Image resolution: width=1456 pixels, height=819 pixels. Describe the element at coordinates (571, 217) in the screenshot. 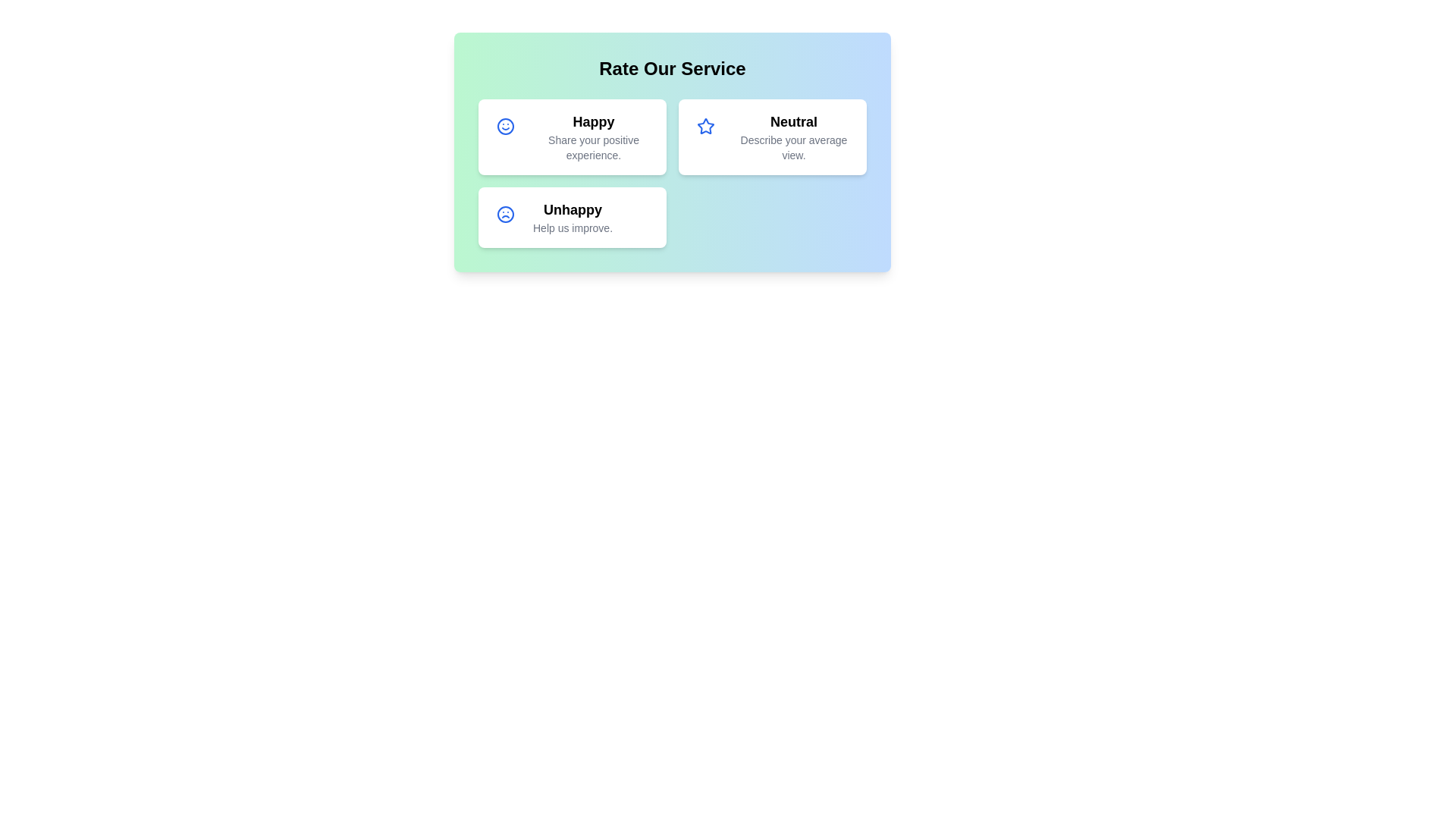

I see `the 'Unhappy' rating card` at that location.